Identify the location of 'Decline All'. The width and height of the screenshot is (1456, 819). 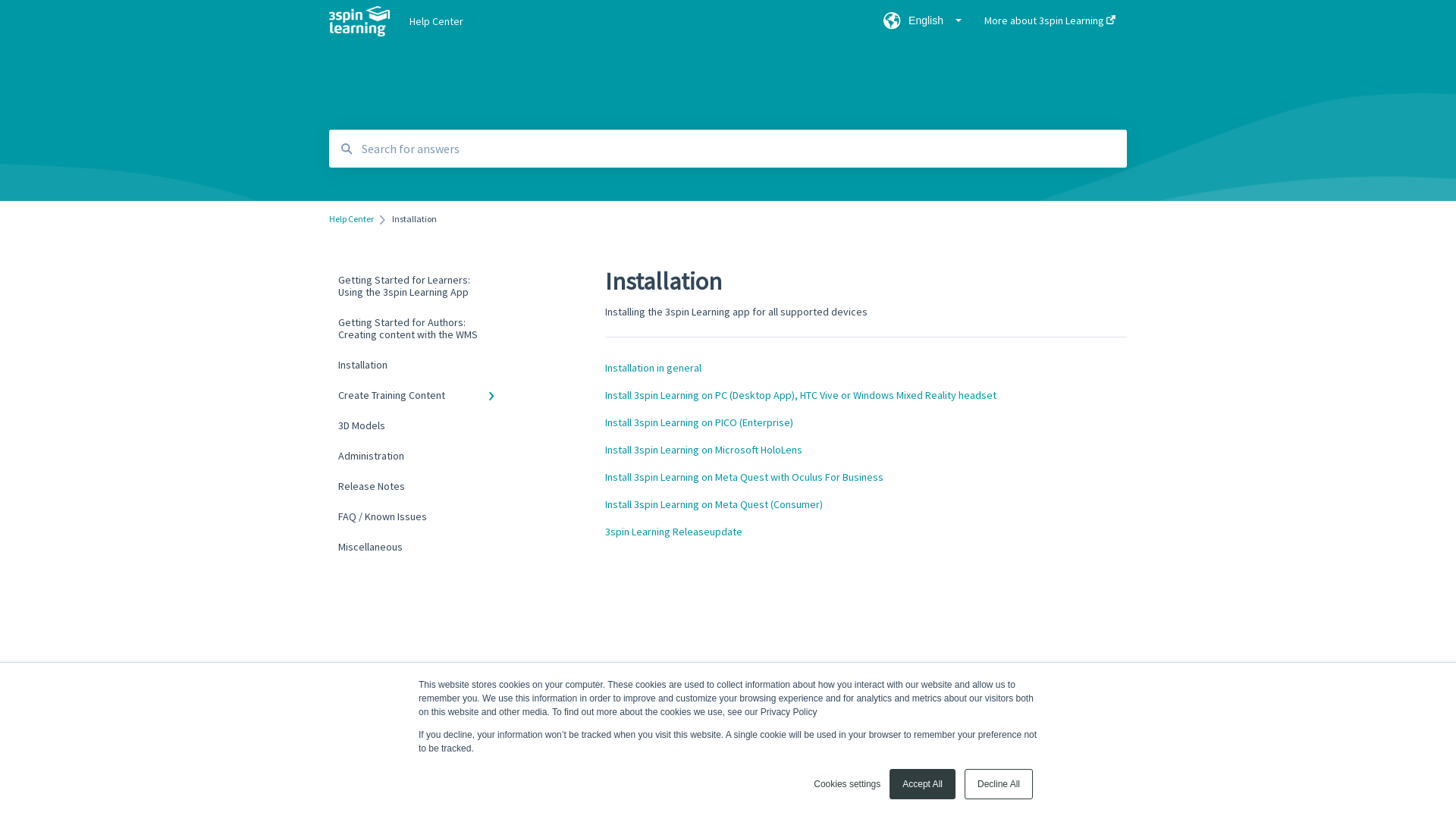
(964, 783).